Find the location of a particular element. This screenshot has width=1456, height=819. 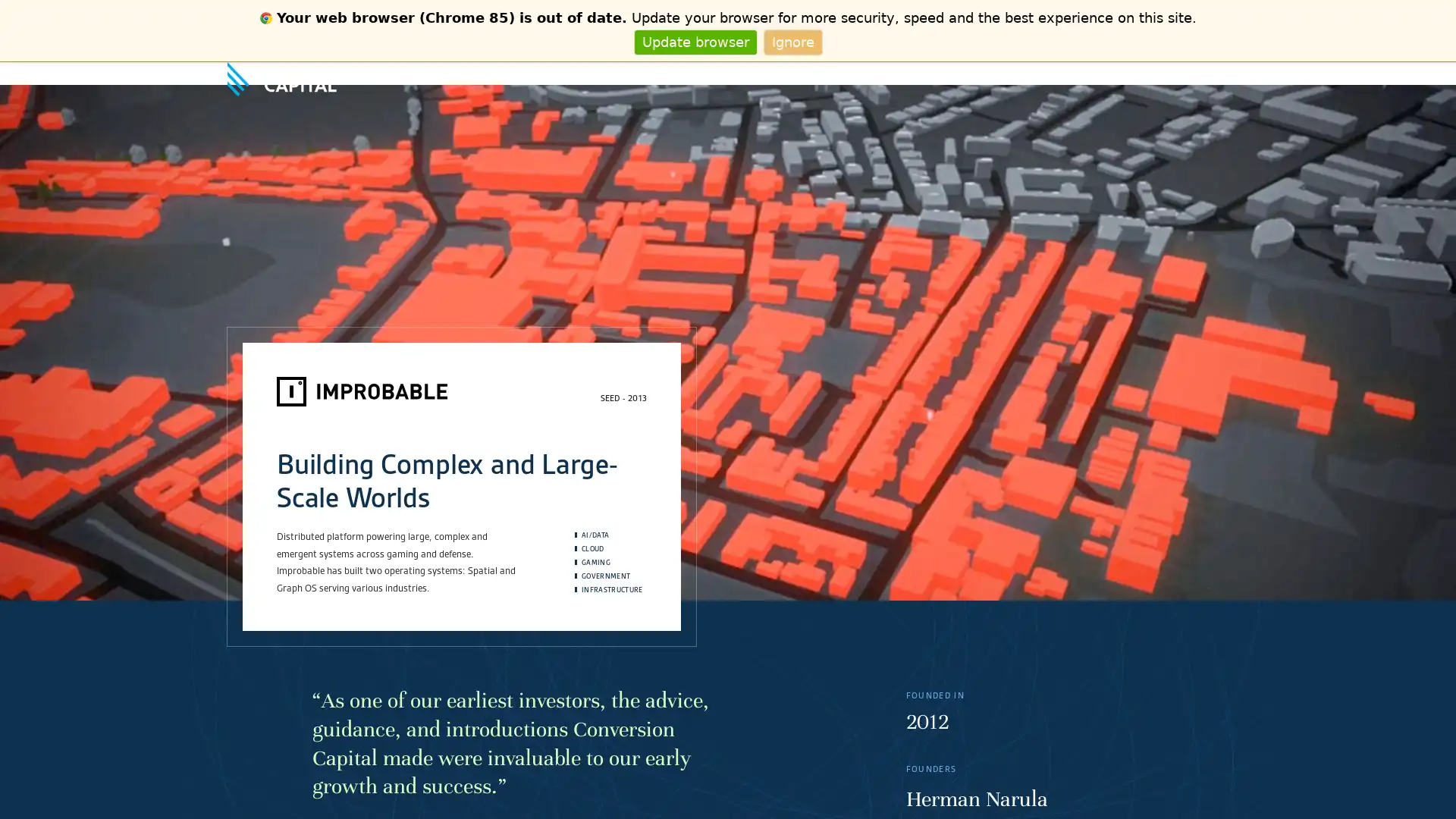

MENU is located at coordinates (1216, 73).